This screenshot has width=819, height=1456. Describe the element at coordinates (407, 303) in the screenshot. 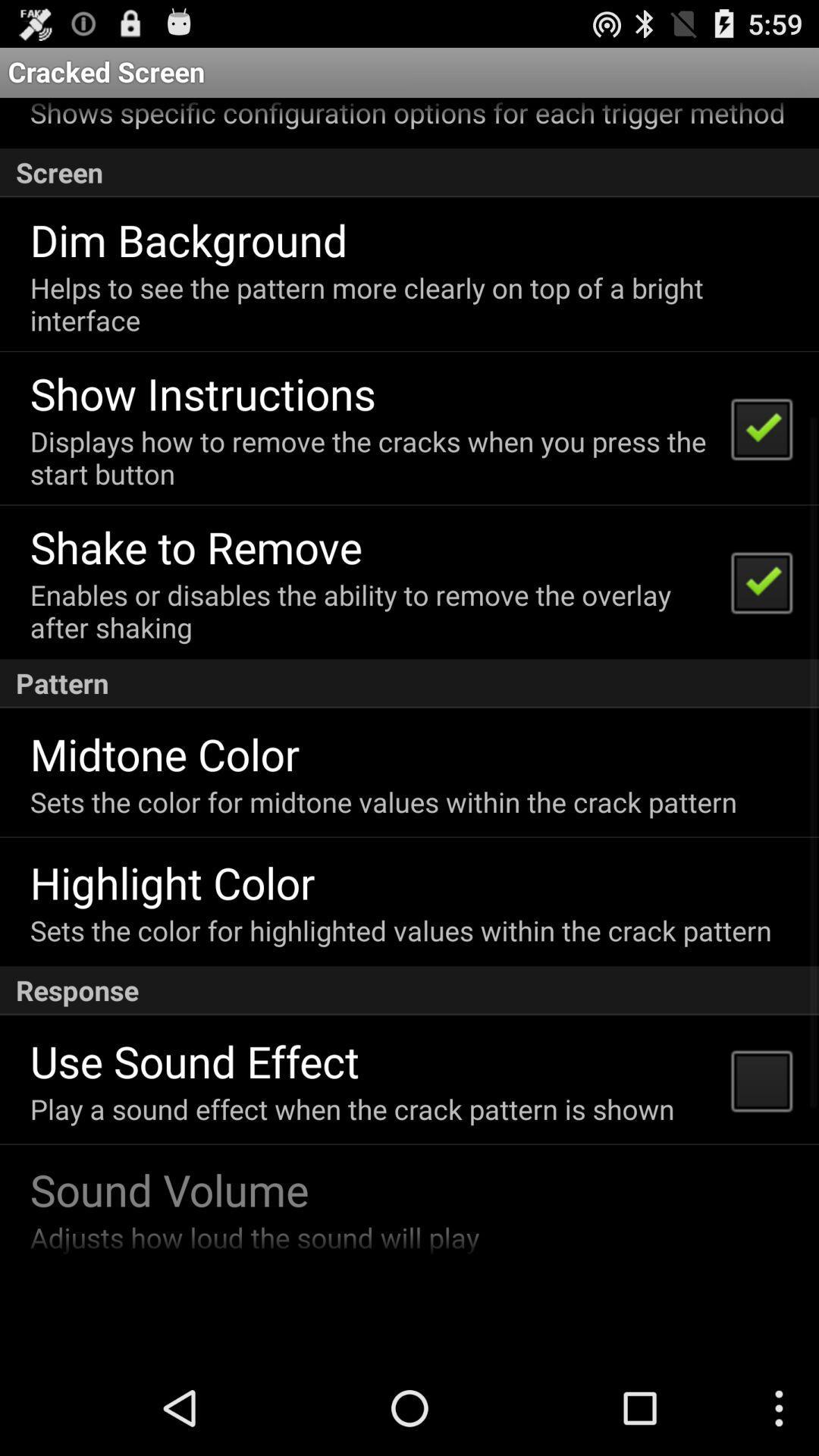

I see `item above show instructions` at that location.